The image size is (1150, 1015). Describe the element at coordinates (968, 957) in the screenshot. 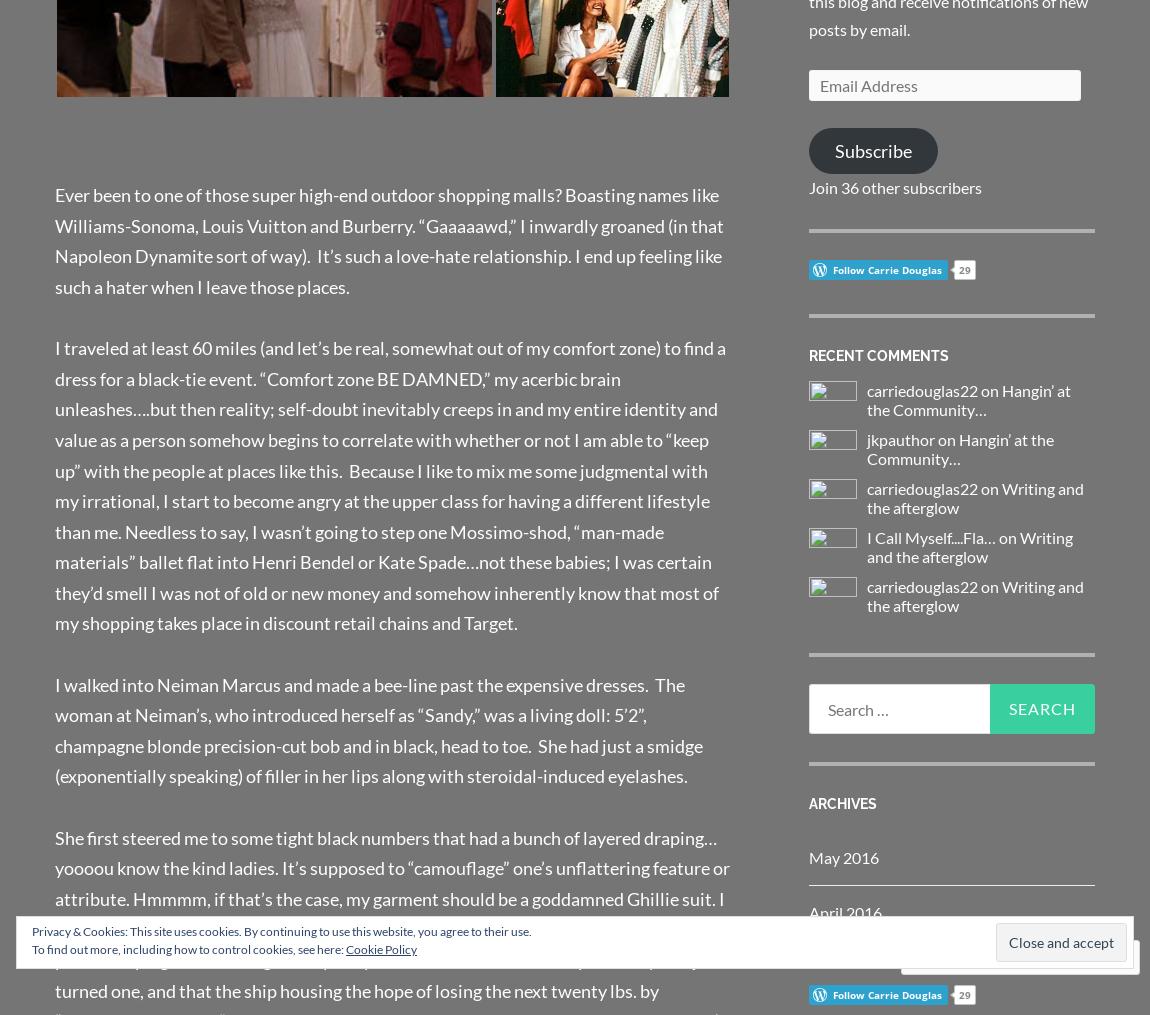

I see `'Comment'` at that location.